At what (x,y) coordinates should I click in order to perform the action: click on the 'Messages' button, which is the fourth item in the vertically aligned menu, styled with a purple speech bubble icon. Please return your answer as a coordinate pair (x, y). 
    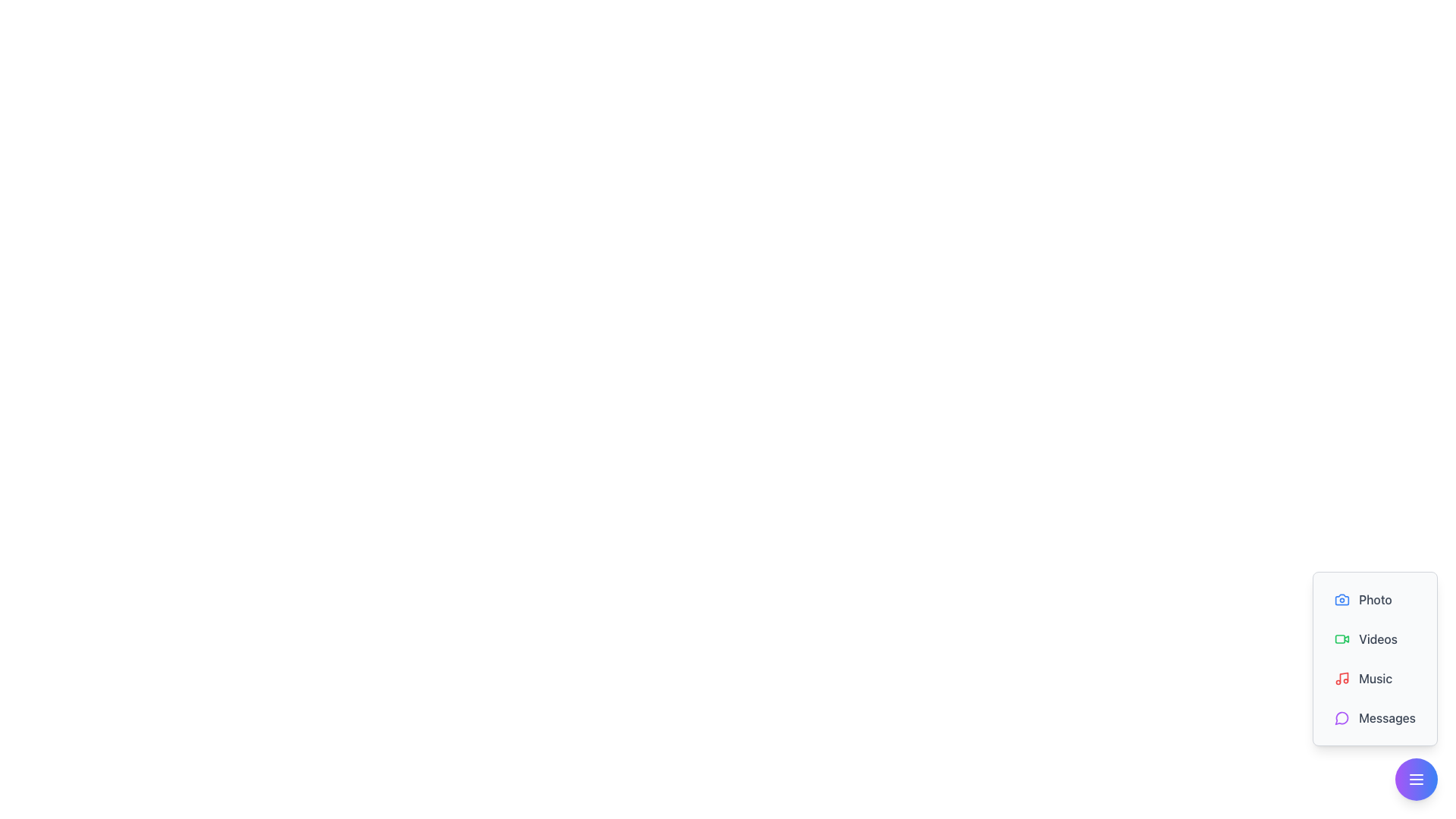
    Looking at the image, I should click on (1375, 717).